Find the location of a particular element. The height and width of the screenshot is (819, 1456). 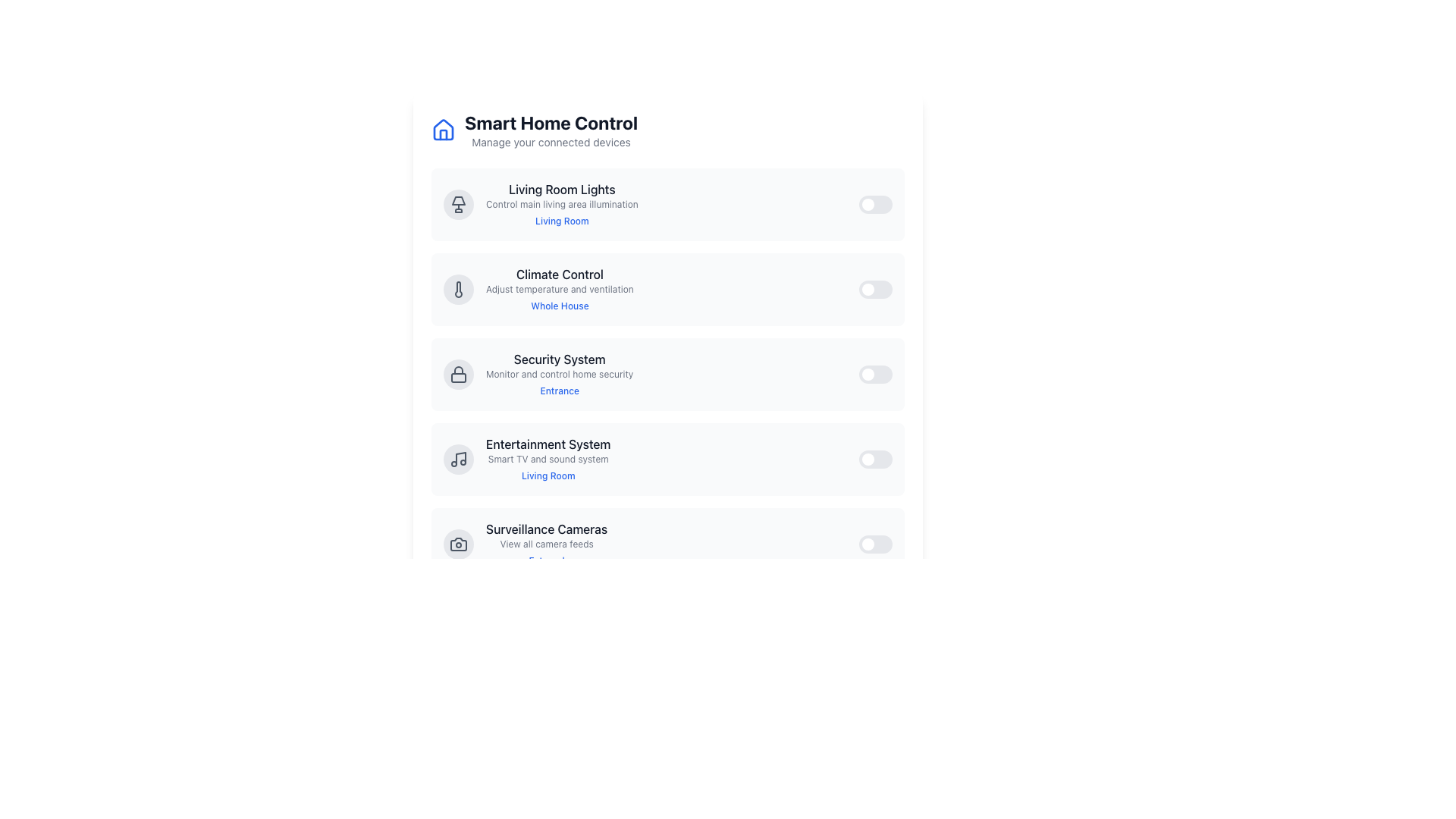

the toggle switch indicator, which is a small circular element with a white background located on the left side of the toggle switch for 'Living Room Lights' is located at coordinates (868, 205).